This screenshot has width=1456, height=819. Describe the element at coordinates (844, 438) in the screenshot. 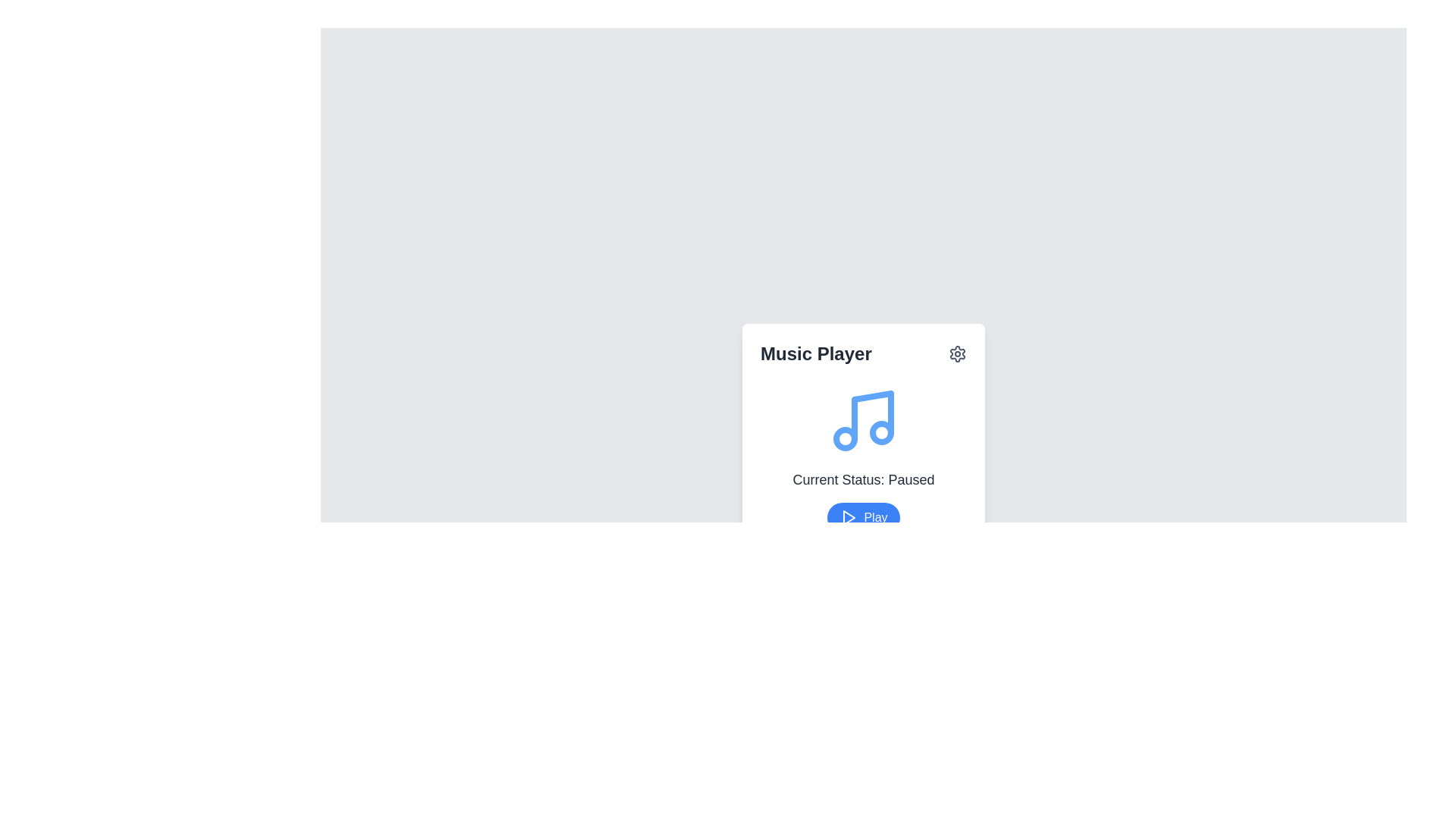

I see `the first circular shape (blue outline, white background) located near the base of the musical note icon, positioned to the left of the note's vertical stem` at that location.